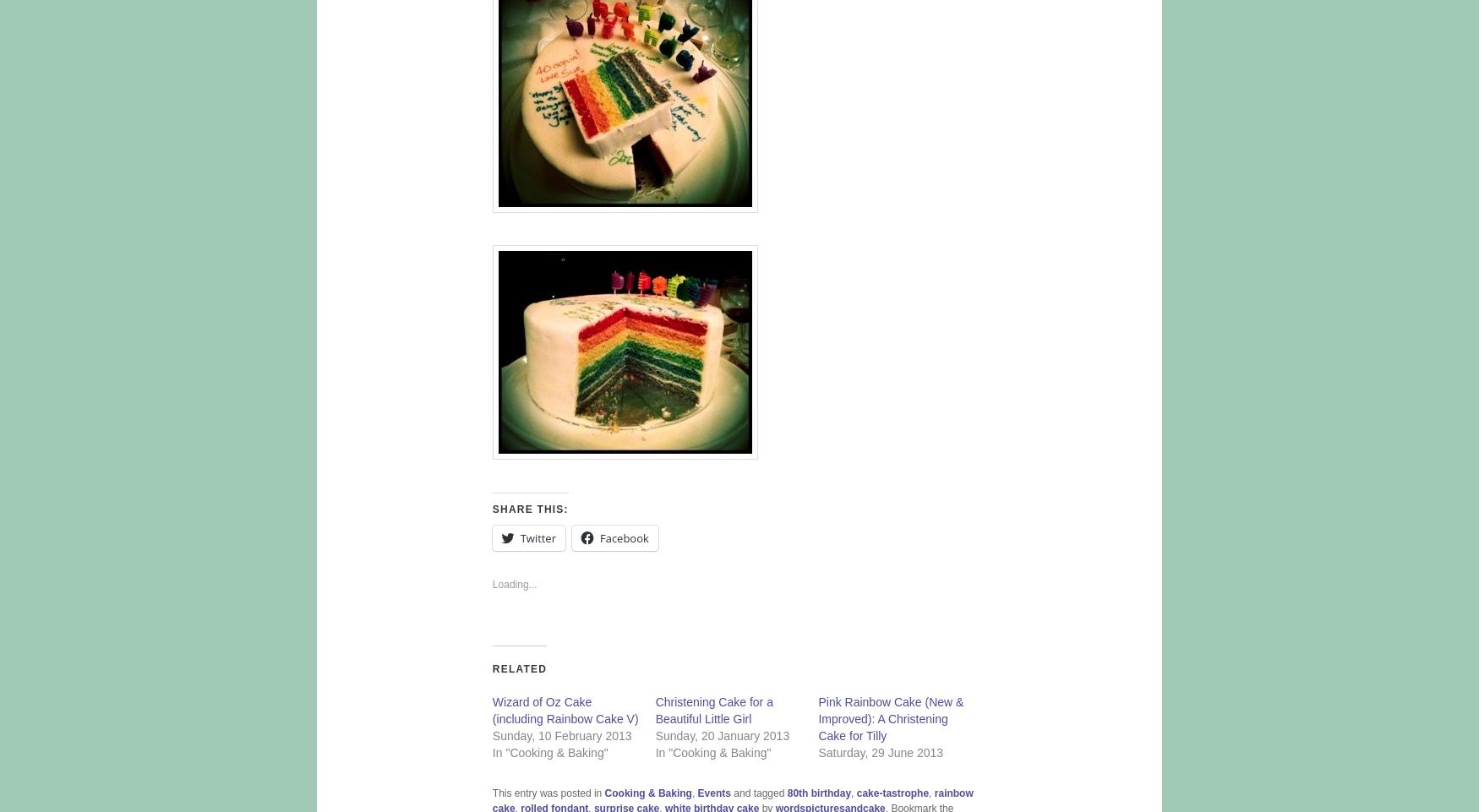 This screenshot has width=1479, height=812. Describe the element at coordinates (647, 793) in the screenshot. I see `'Cooking & Baking'` at that location.